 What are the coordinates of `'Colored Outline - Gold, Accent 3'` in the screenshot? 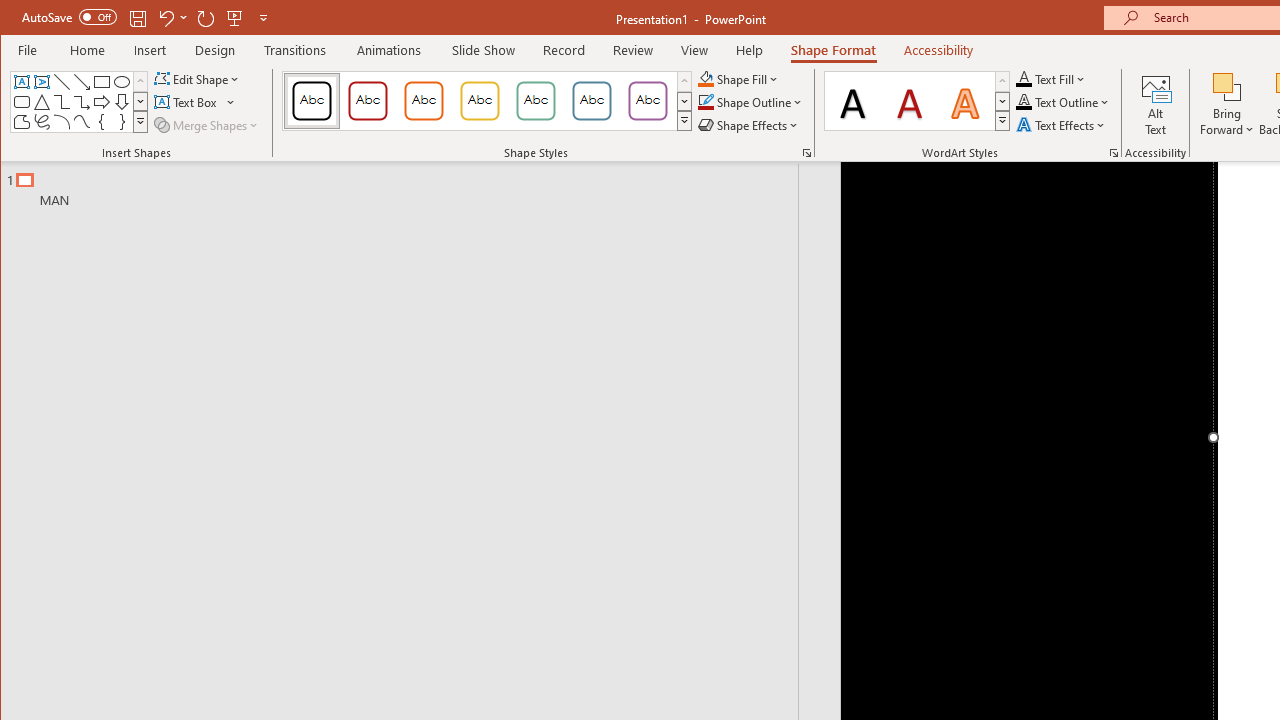 It's located at (480, 100).